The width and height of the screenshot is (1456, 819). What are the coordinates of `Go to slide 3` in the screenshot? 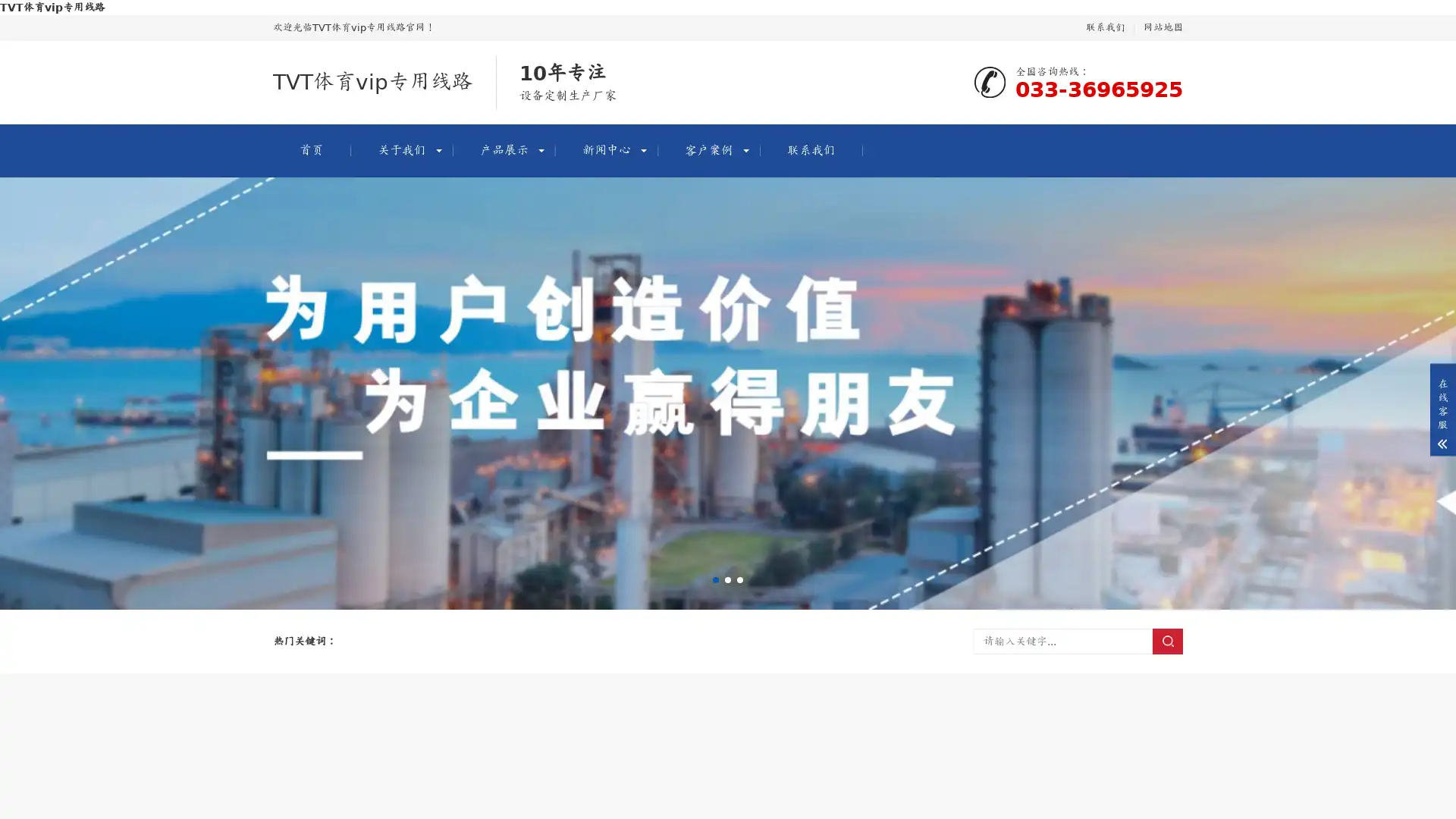 It's located at (739, 579).